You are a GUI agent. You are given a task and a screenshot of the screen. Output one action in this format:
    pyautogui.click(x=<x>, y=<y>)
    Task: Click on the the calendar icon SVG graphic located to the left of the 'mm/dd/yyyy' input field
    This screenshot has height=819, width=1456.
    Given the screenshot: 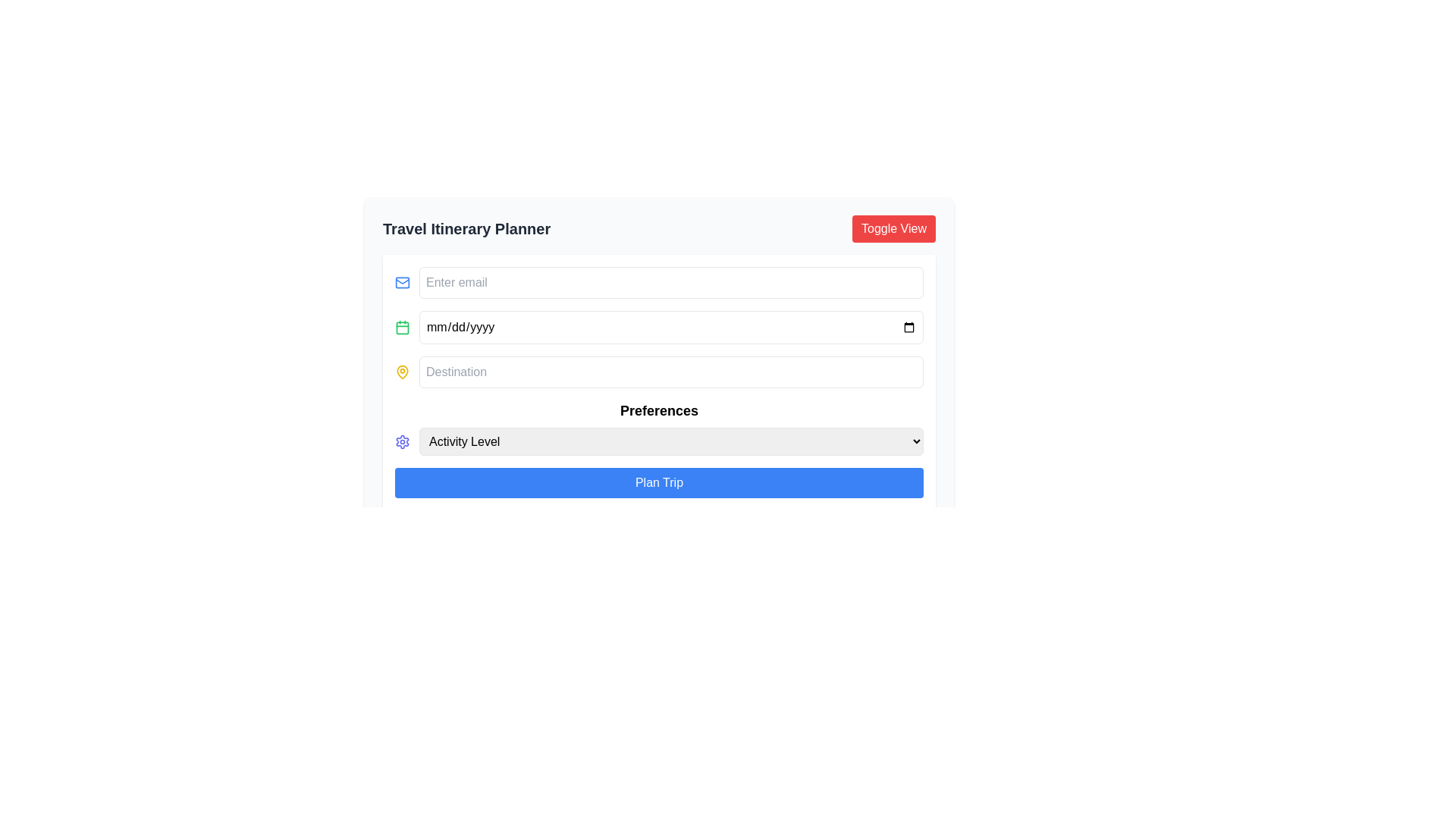 What is the action you would take?
    pyautogui.click(x=403, y=327)
    